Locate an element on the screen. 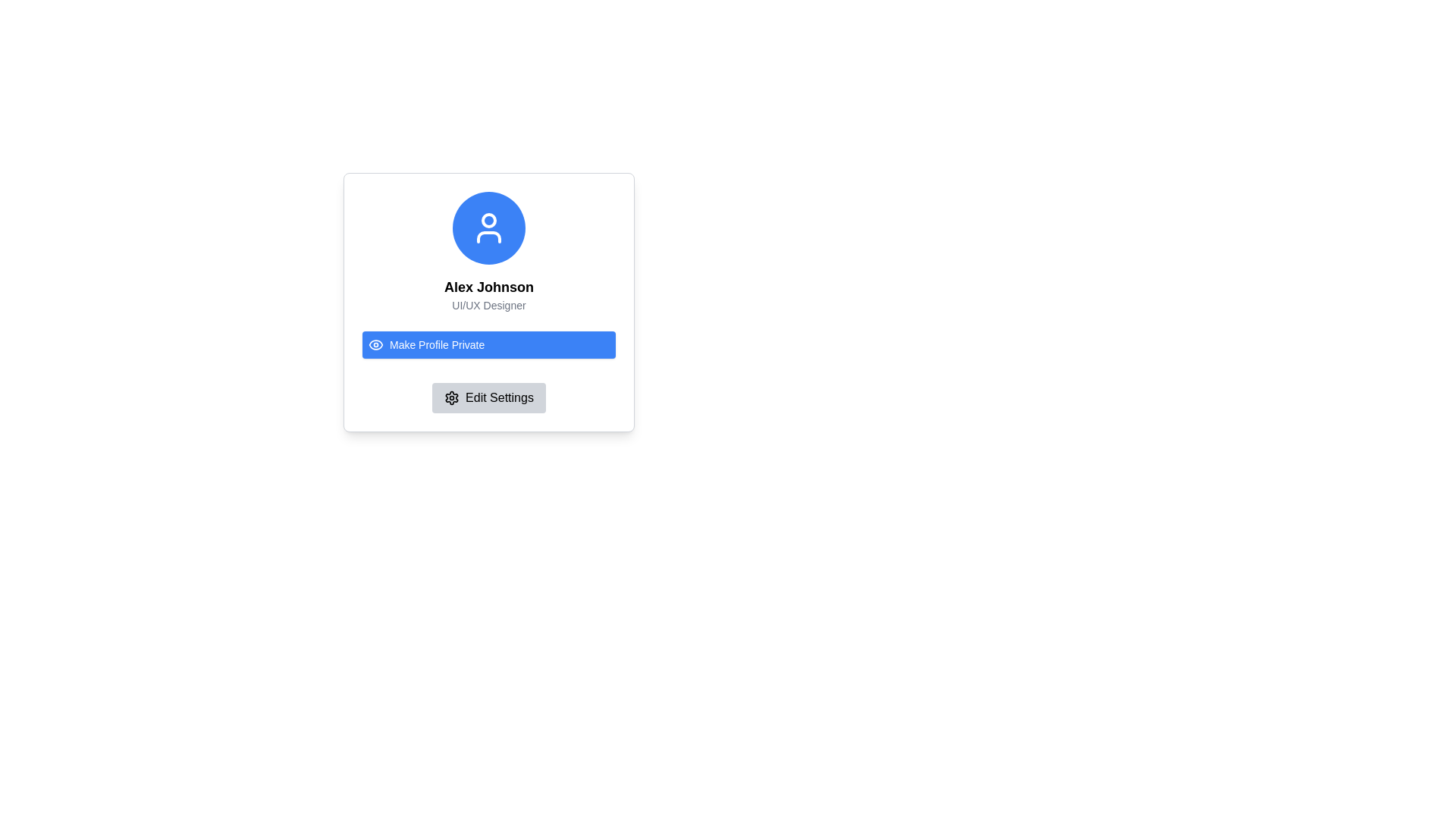 This screenshot has width=1456, height=819. the settings button located below the 'Make Profile Private' button within the profile card of 'Alex Johnson, UI/UX Designer' to interact with it is located at coordinates (488, 397).